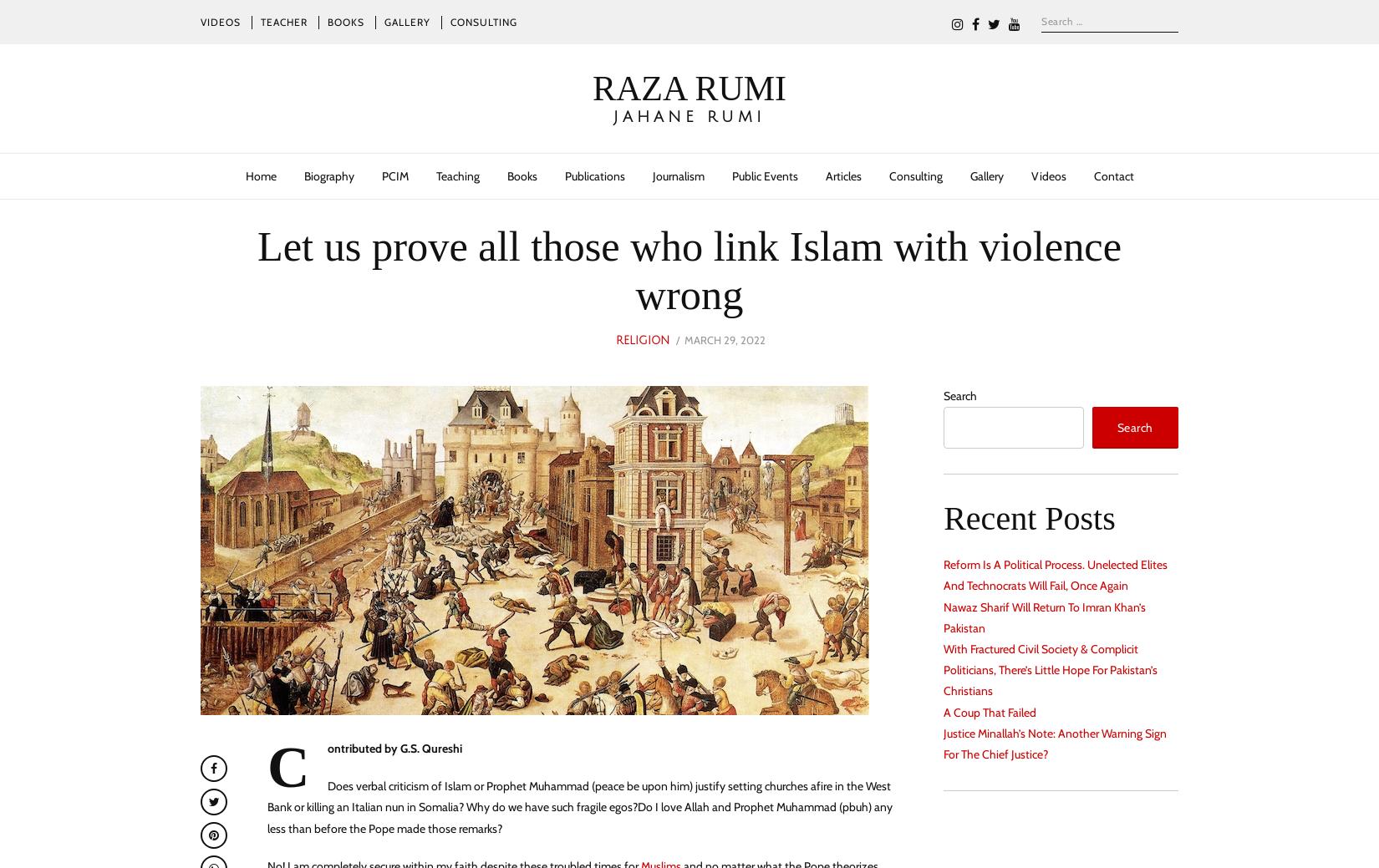 The width and height of the screenshot is (1379, 868). Describe the element at coordinates (641, 338) in the screenshot. I see `'Religion'` at that location.